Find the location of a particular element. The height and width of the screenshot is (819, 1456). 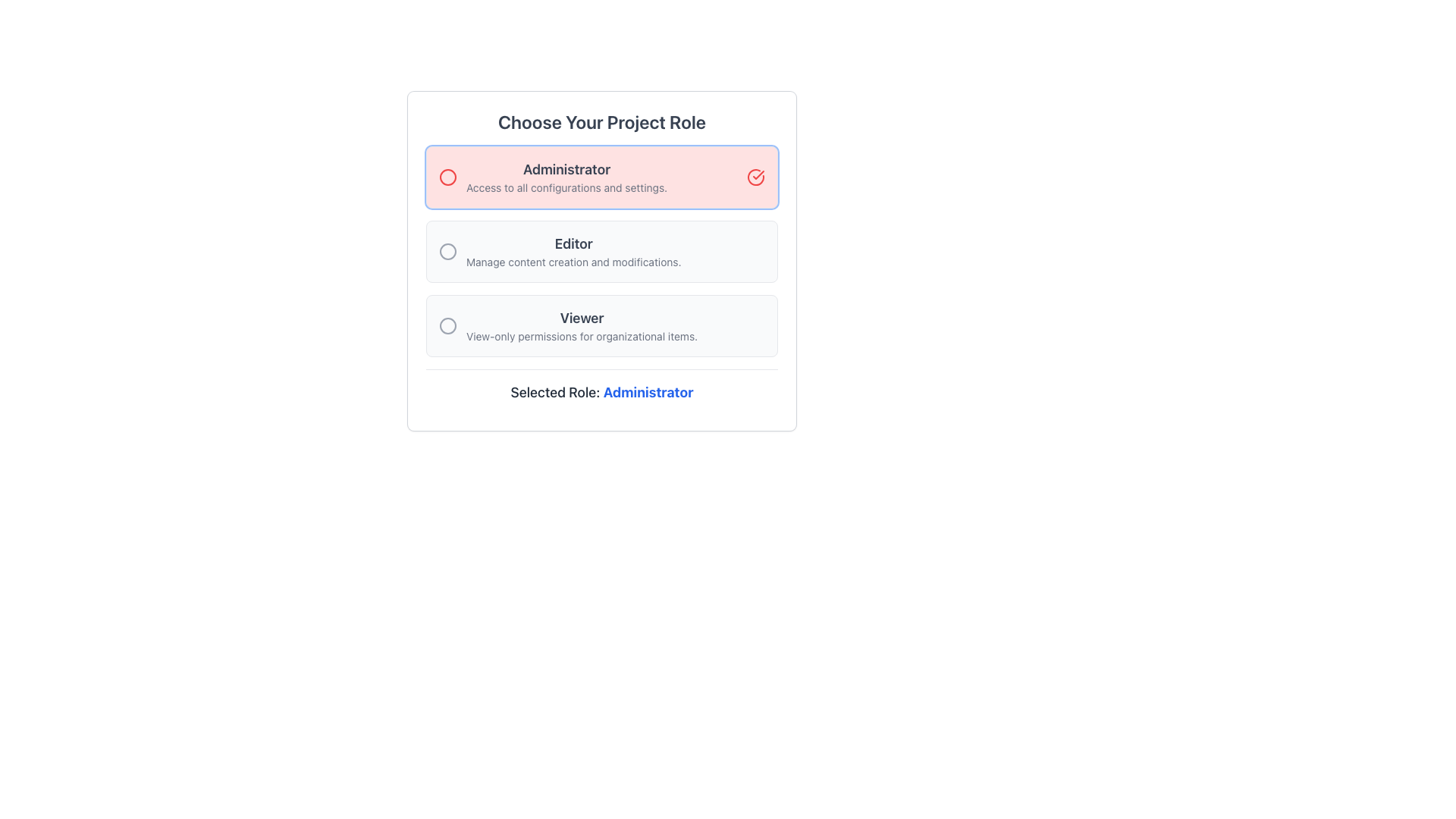

the 'Editor' role description text label located in the second position of the vertically aligned list of selection options is located at coordinates (573, 250).